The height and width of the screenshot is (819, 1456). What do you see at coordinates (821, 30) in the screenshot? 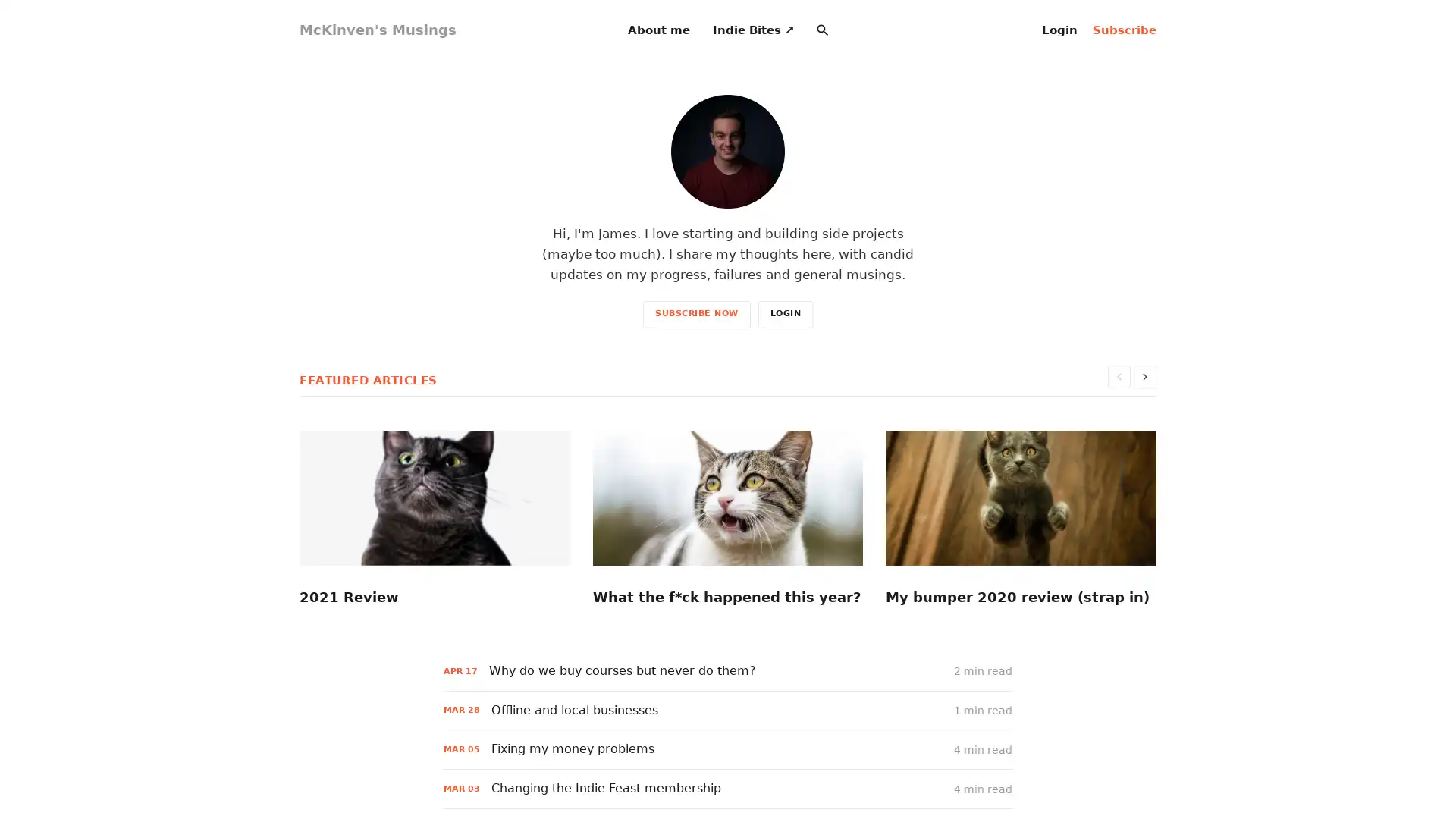
I see `Search` at bounding box center [821, 30].